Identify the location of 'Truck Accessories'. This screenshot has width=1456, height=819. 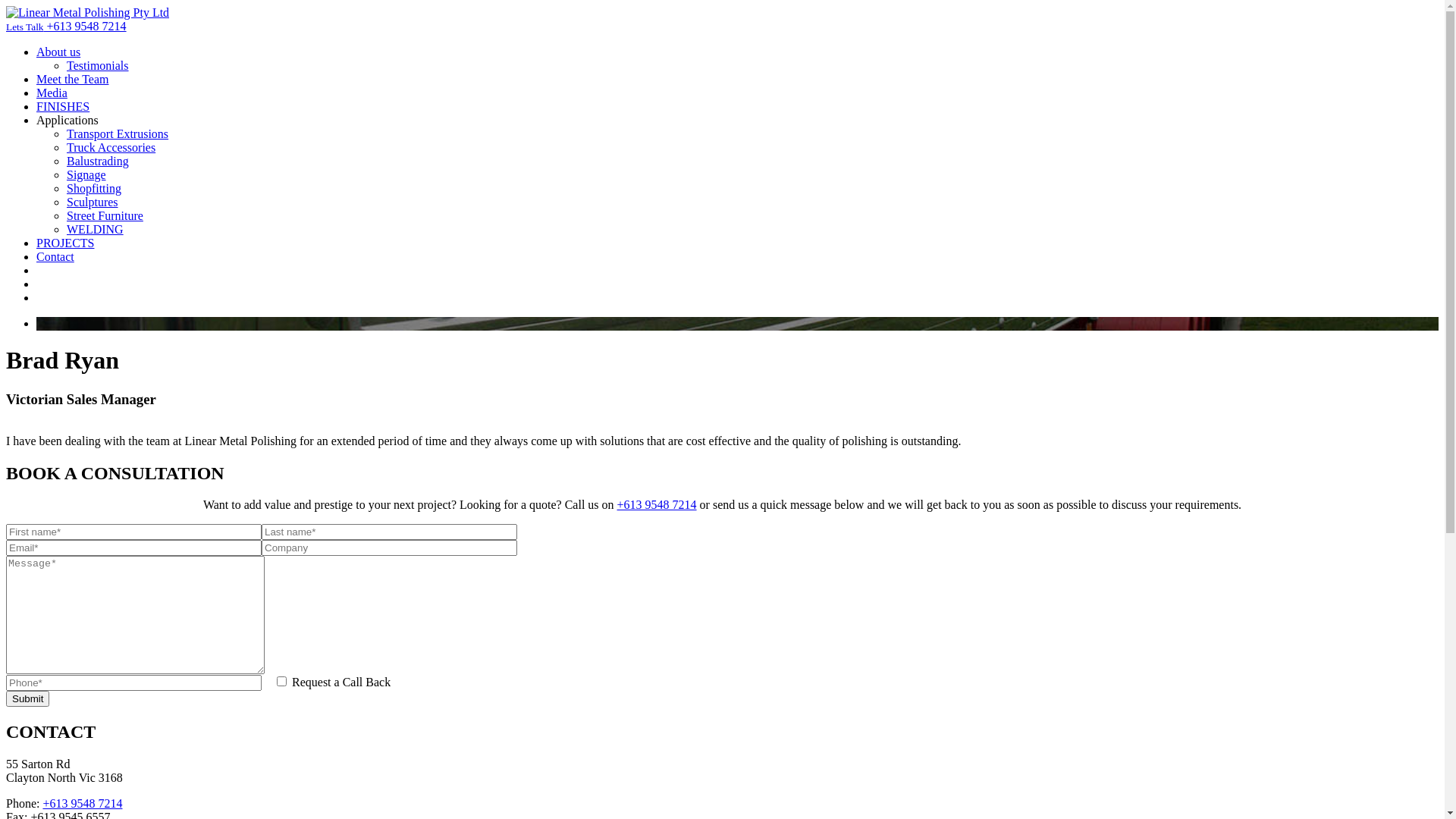
(110, 147).